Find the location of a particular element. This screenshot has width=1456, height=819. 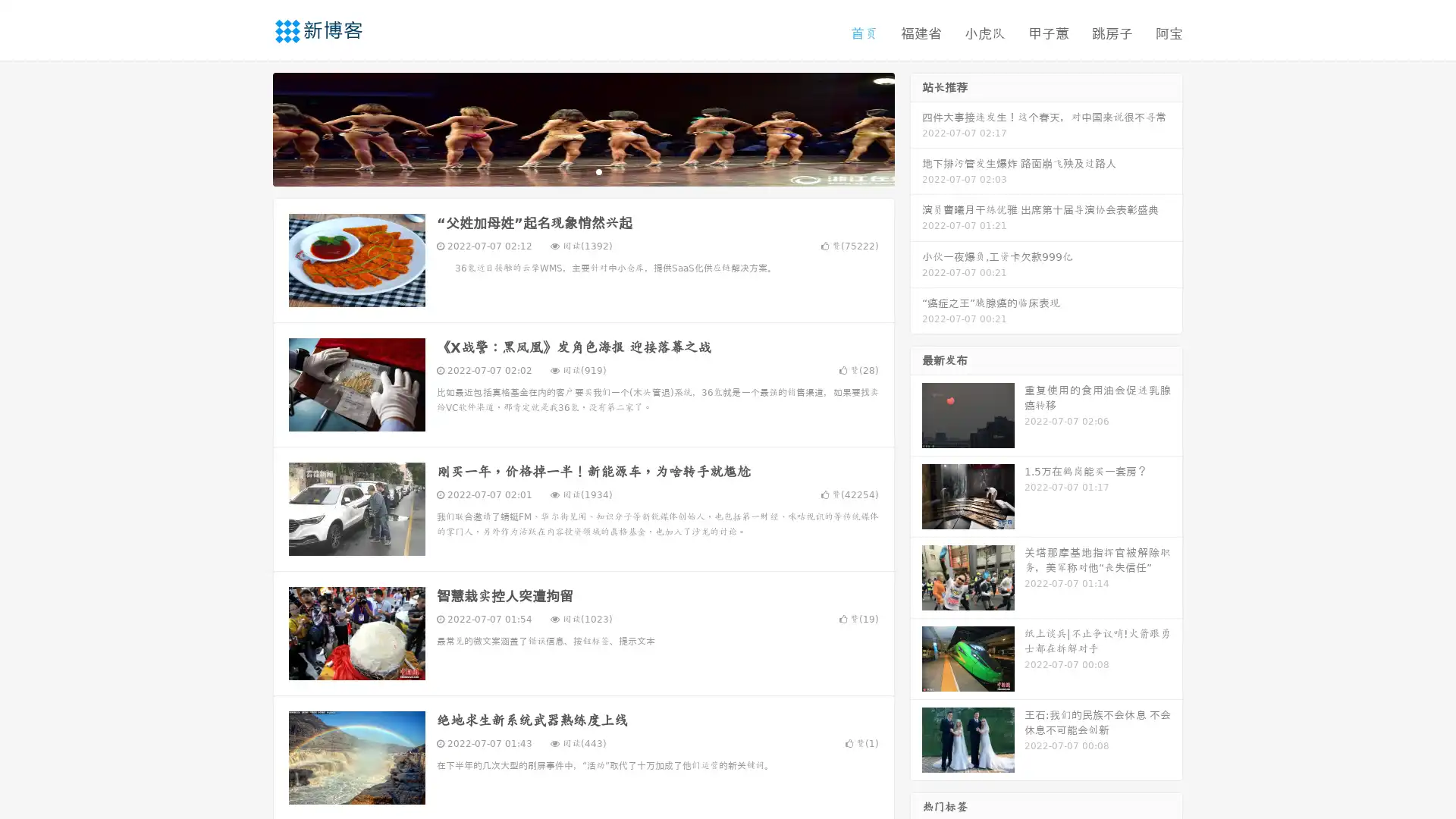

Go to slide 2 is located at coordinates (582, 171).